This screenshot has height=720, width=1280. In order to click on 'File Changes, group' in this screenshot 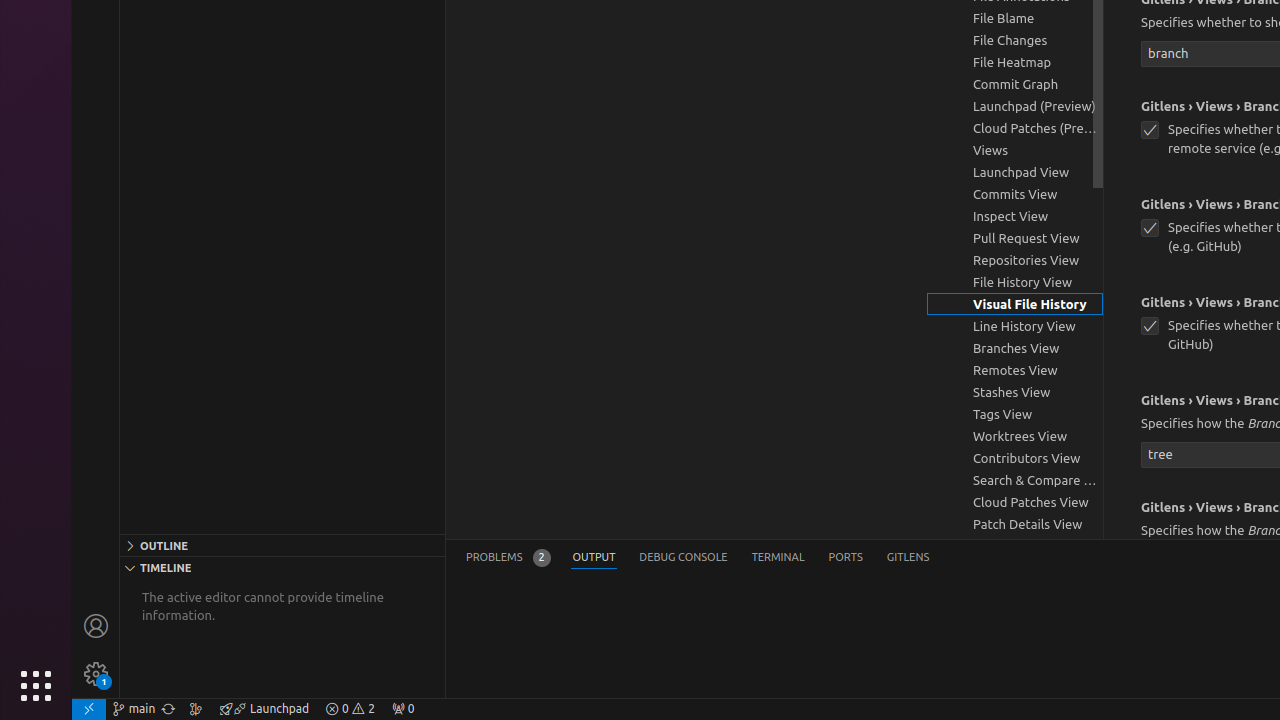, I will do `click(1015, 40)`.